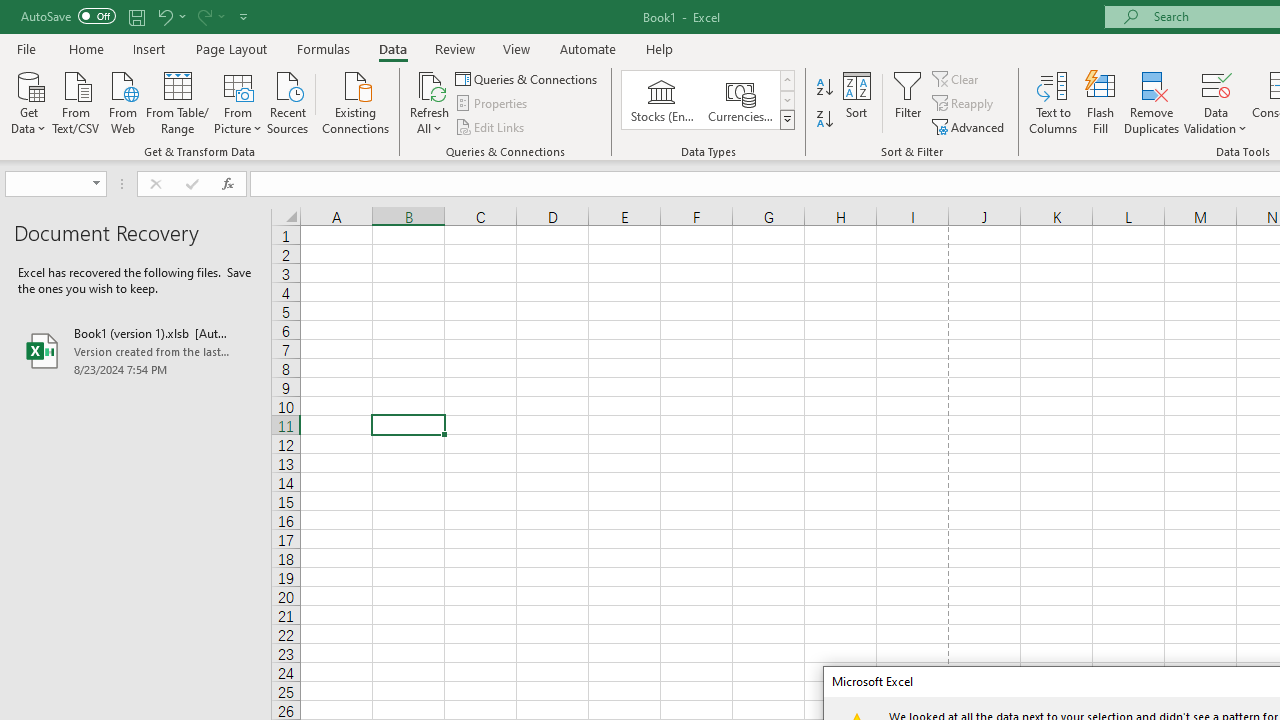  What do you see at coordinates (824, 119) in the screenshot?
I see `'Sort Z to A'` at bounding box center [824, 119].